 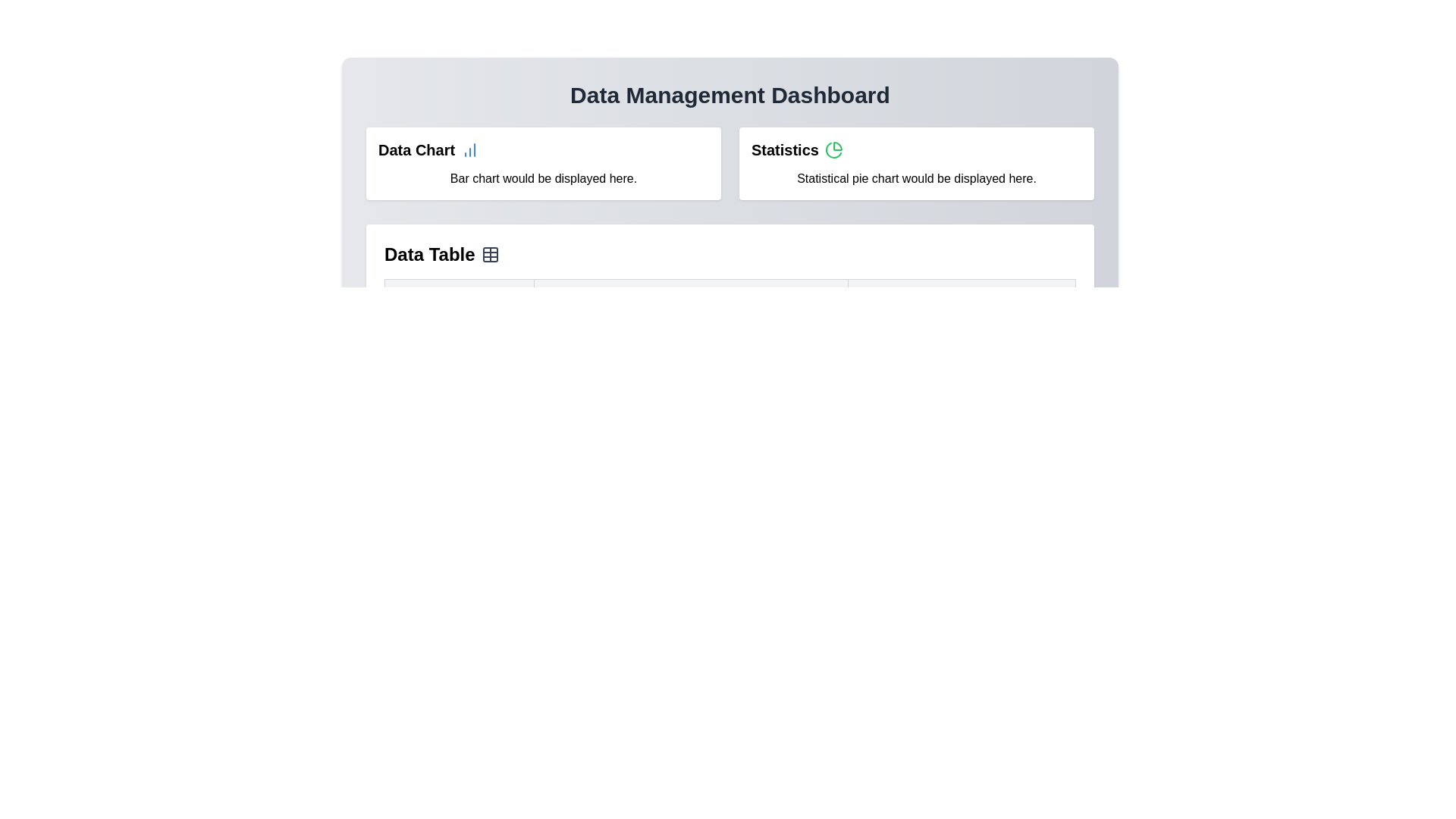 I want to click on the center of the 'Data Chart' section to view details, so click(x=543, y=164).